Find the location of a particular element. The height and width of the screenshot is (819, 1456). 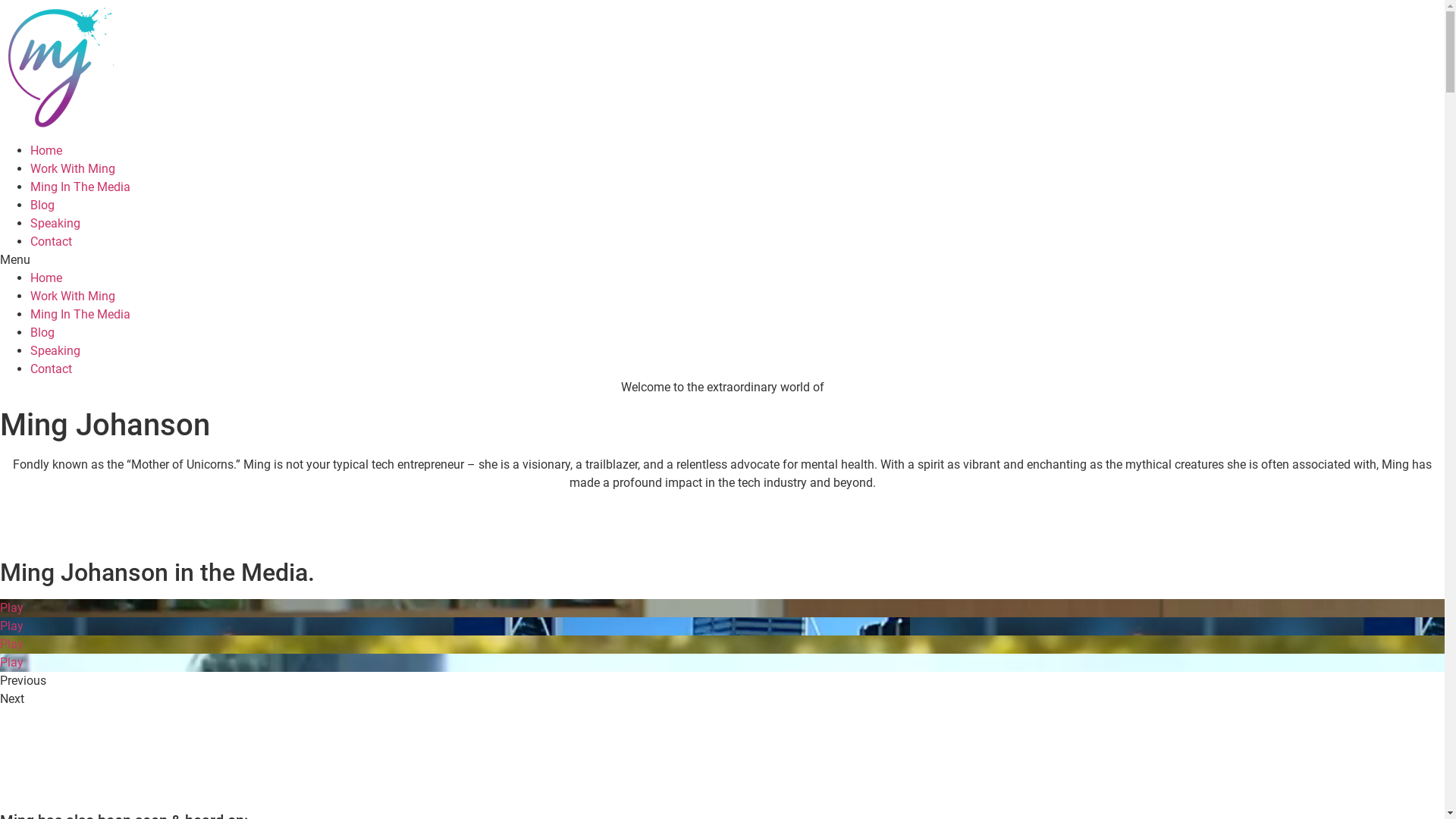

'Play' is located at coordinates (721, 662).